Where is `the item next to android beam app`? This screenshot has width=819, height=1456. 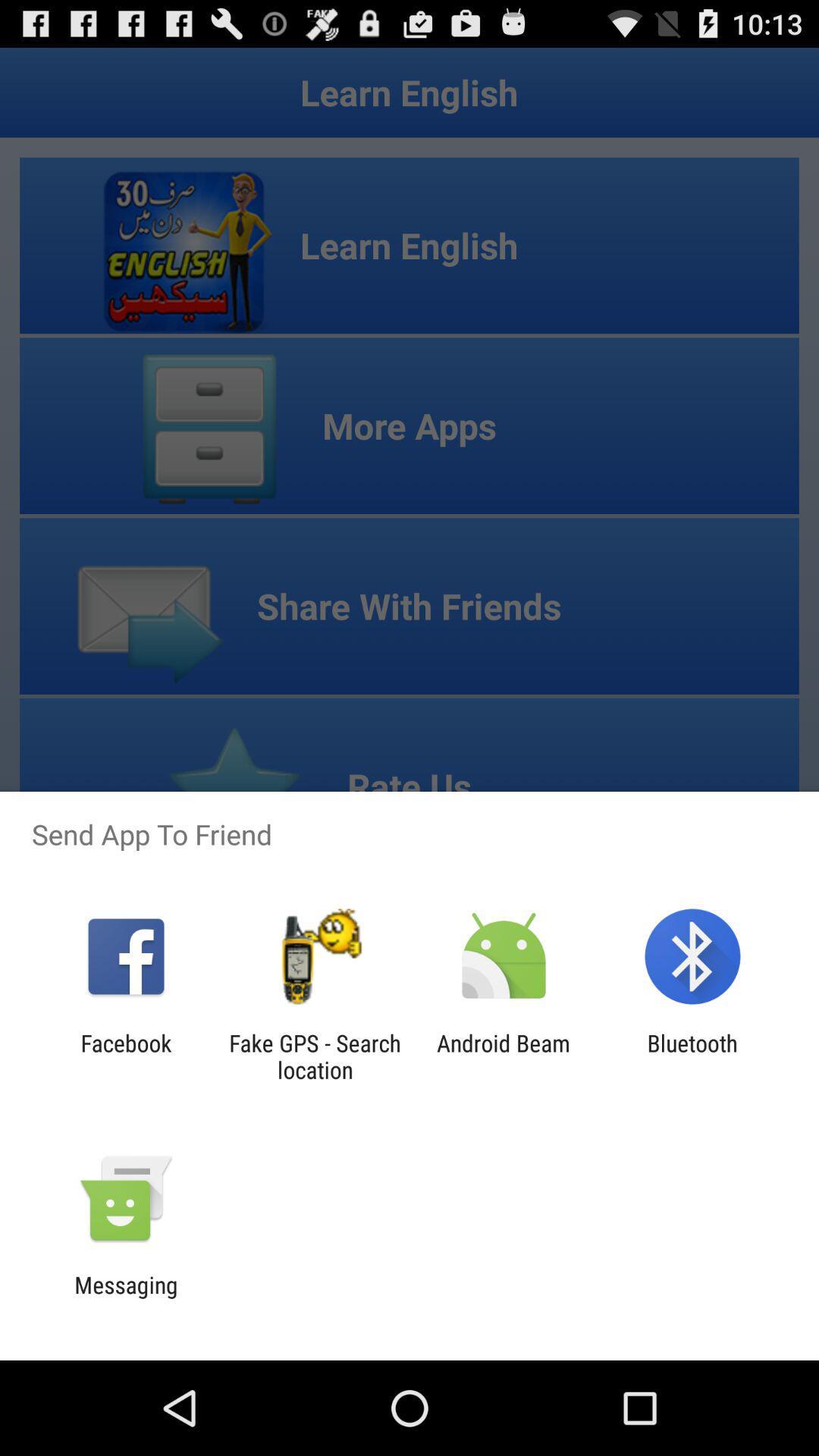 the item next to android beam app is located at coordinates (692, 1056).